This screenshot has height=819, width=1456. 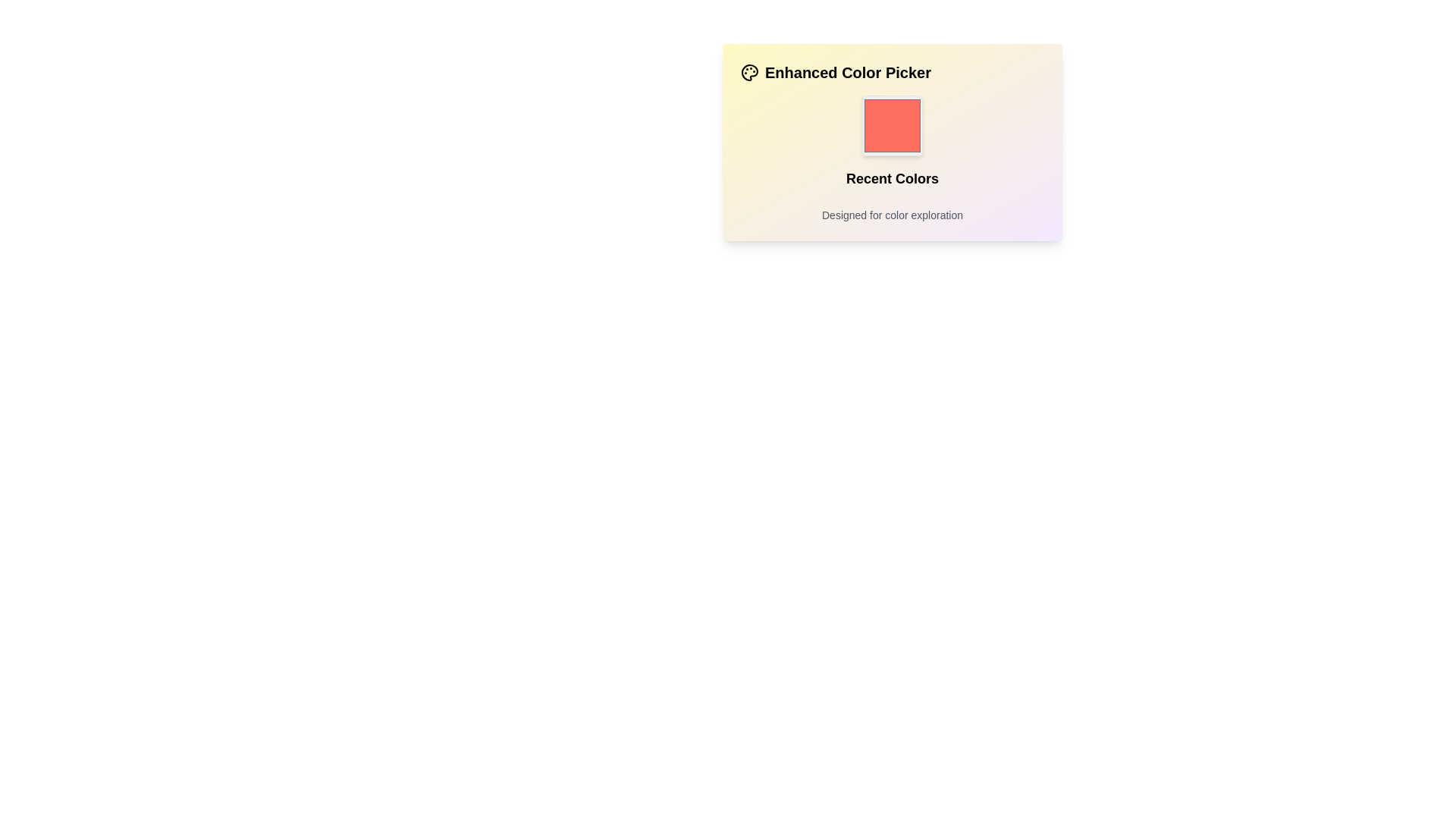 What do you see at coordinates (892, 143) in the screenshot?
I see `the interactive color preview box in the Enhanced Color Picker information panel to initiate a color selection` at bounding box center [892, 143].